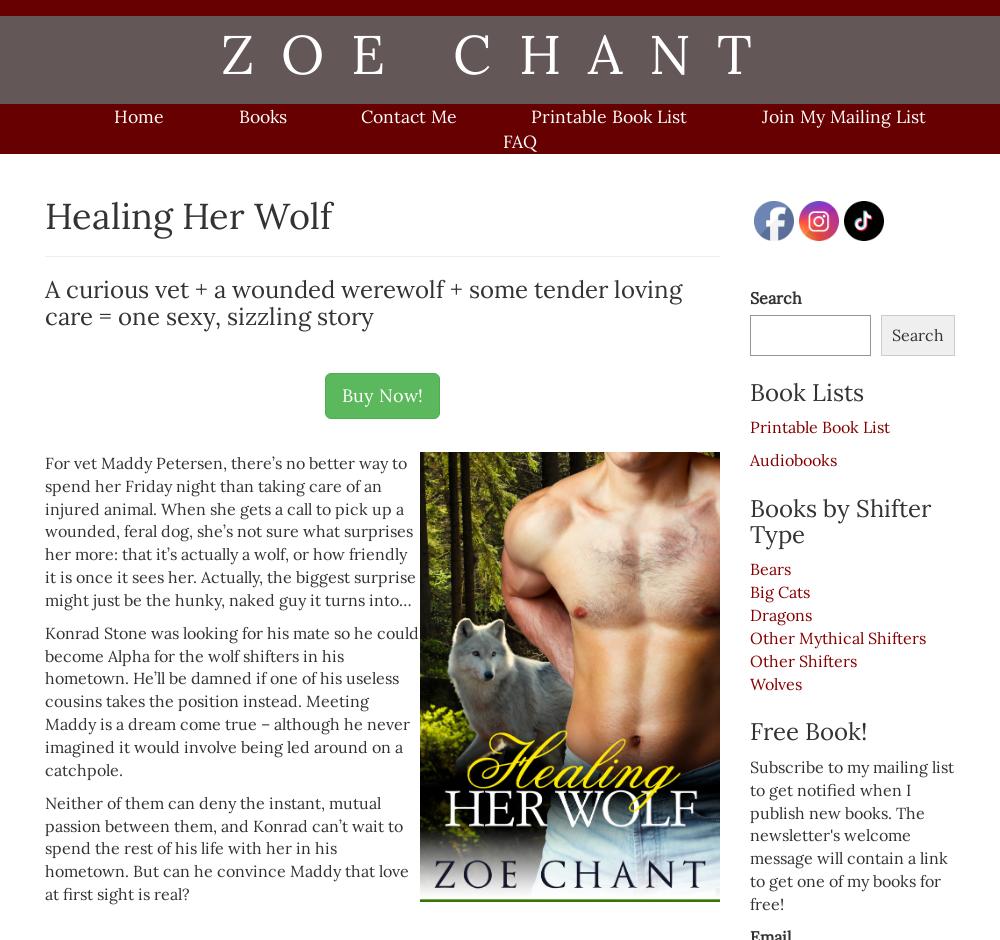 The height and width of the screenshot is (940, 1000). What do you see at coordinates (851, 833) in the screenshot?
I see `'Subscribe to my mailing list to get notified when I publish new books. The newsletter's welcome message will contain a link to get one of my books for free!'` at bounding box center [851, 833].